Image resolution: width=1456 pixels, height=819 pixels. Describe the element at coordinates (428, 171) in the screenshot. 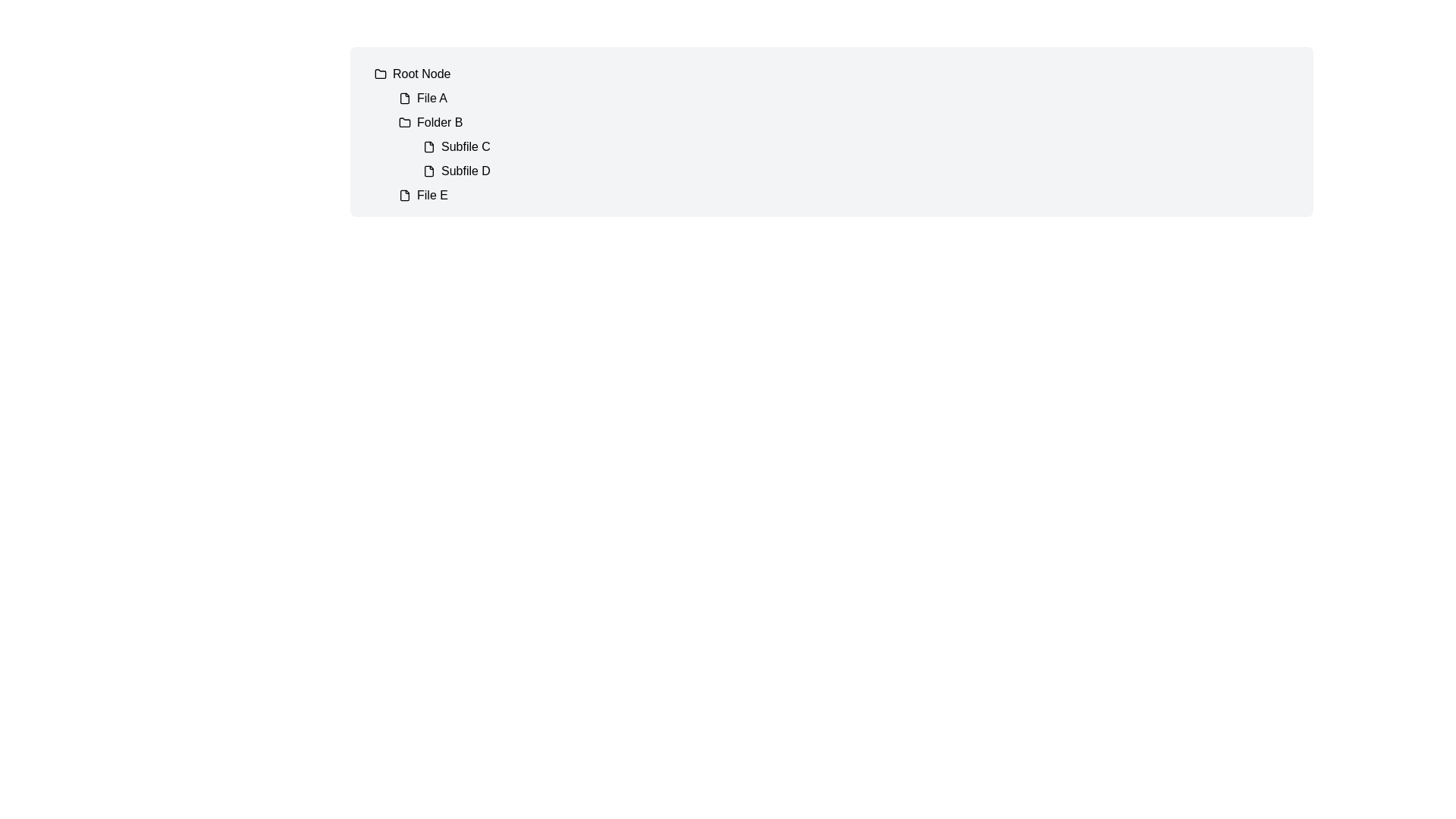

I see `the file icon that signifies 'Subfile D', located under 'Folder B'` at that location.